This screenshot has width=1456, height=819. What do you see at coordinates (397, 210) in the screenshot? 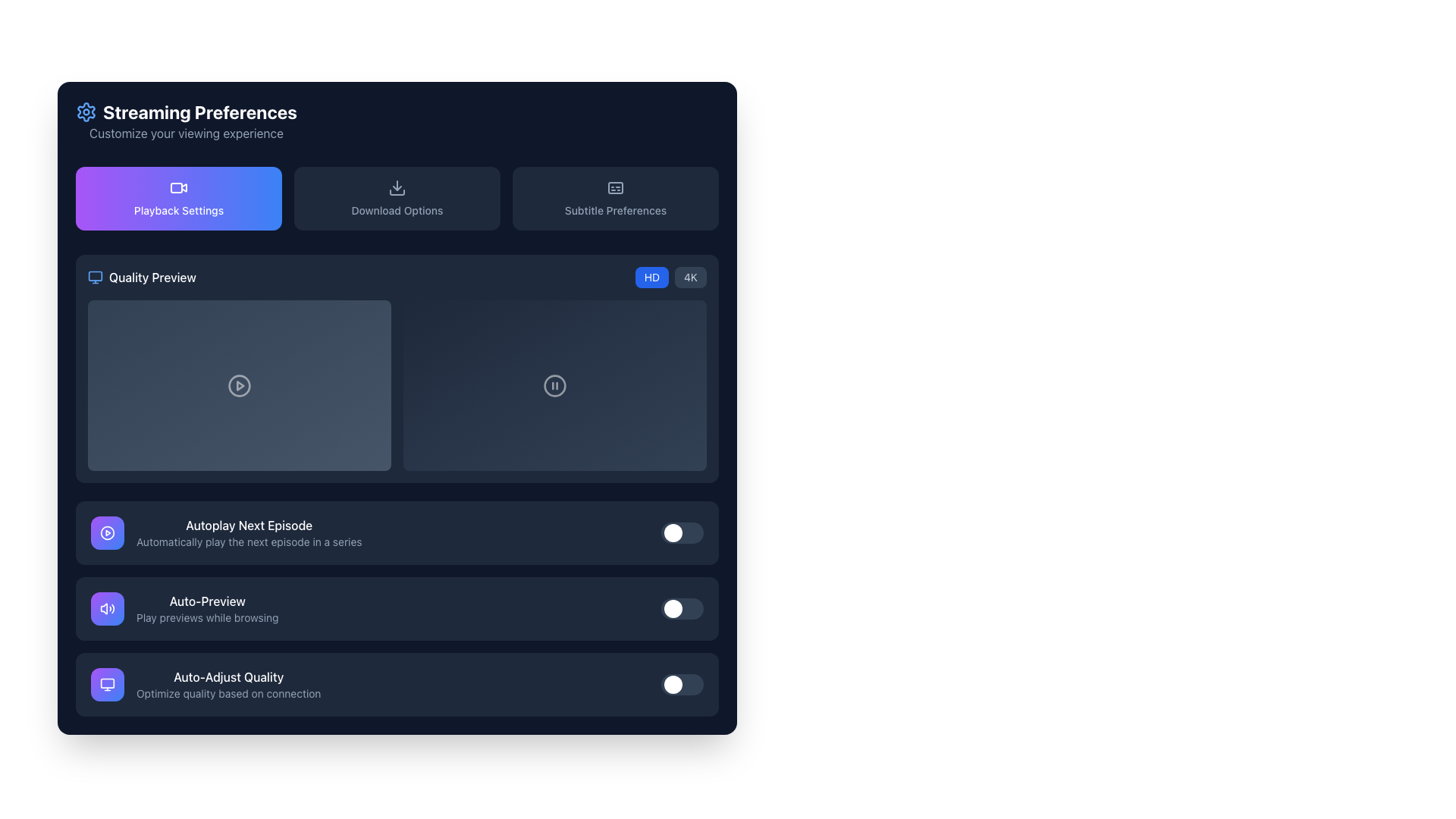
I see `the 'Download Options' text label, which is a small, medium-weight, light slate gray text centered below a download icon in a dark slate background` at bounding box center [397, 210].